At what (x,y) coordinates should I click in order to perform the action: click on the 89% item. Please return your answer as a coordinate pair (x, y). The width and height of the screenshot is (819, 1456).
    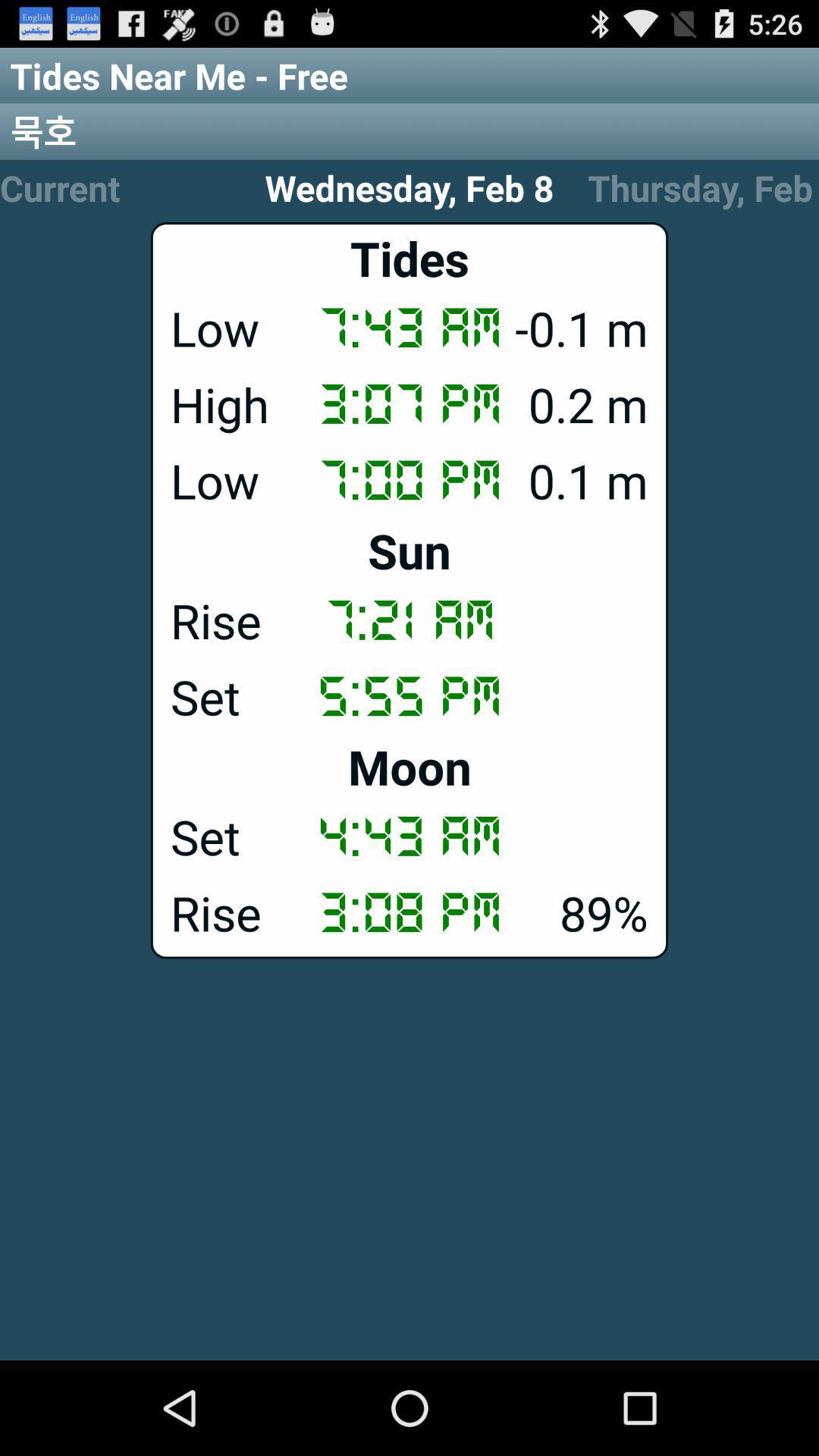
    Looking at the image, I should click on (409, 912).